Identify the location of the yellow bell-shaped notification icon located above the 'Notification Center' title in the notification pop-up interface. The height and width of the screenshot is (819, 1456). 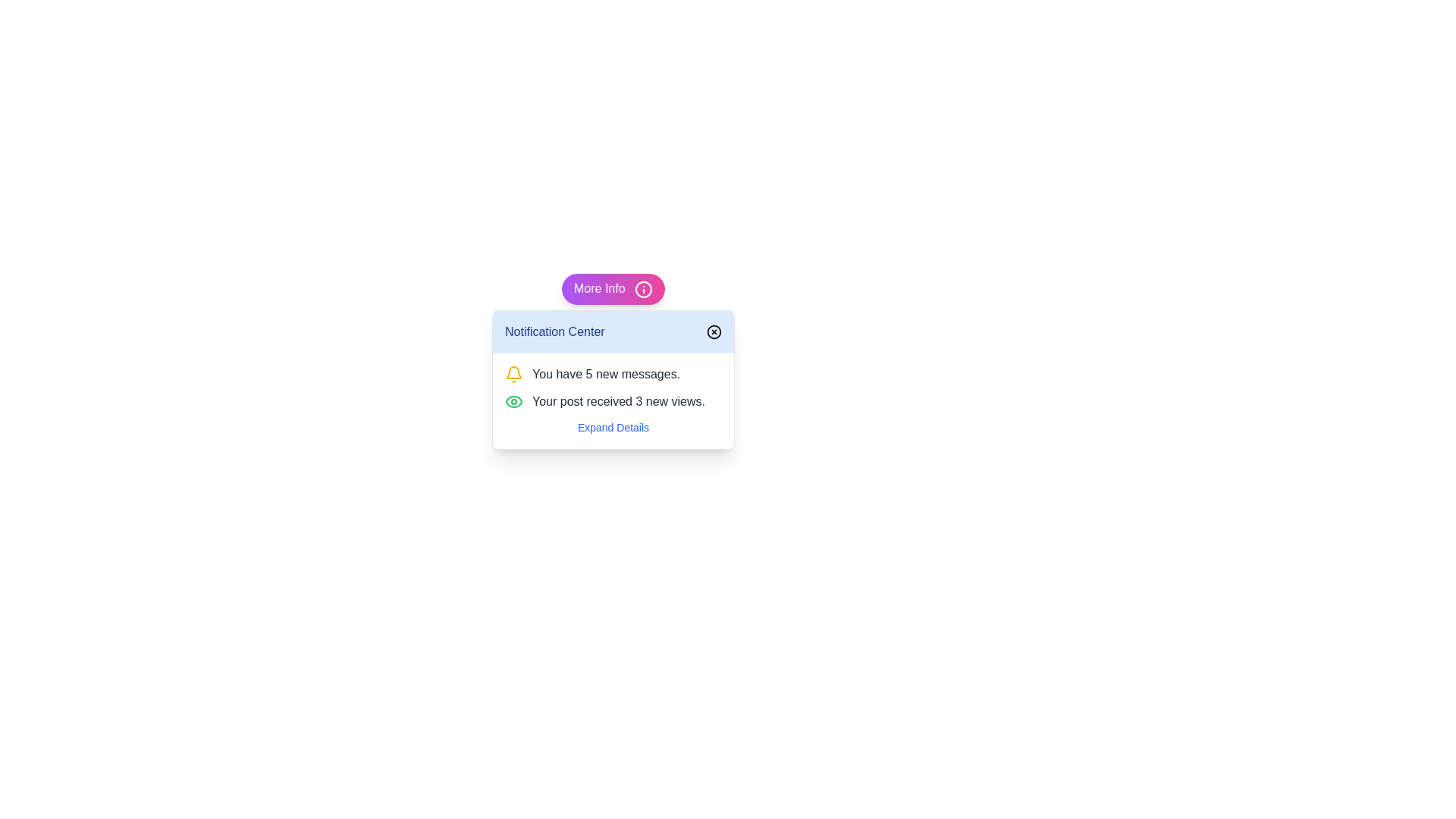
(513, 372).